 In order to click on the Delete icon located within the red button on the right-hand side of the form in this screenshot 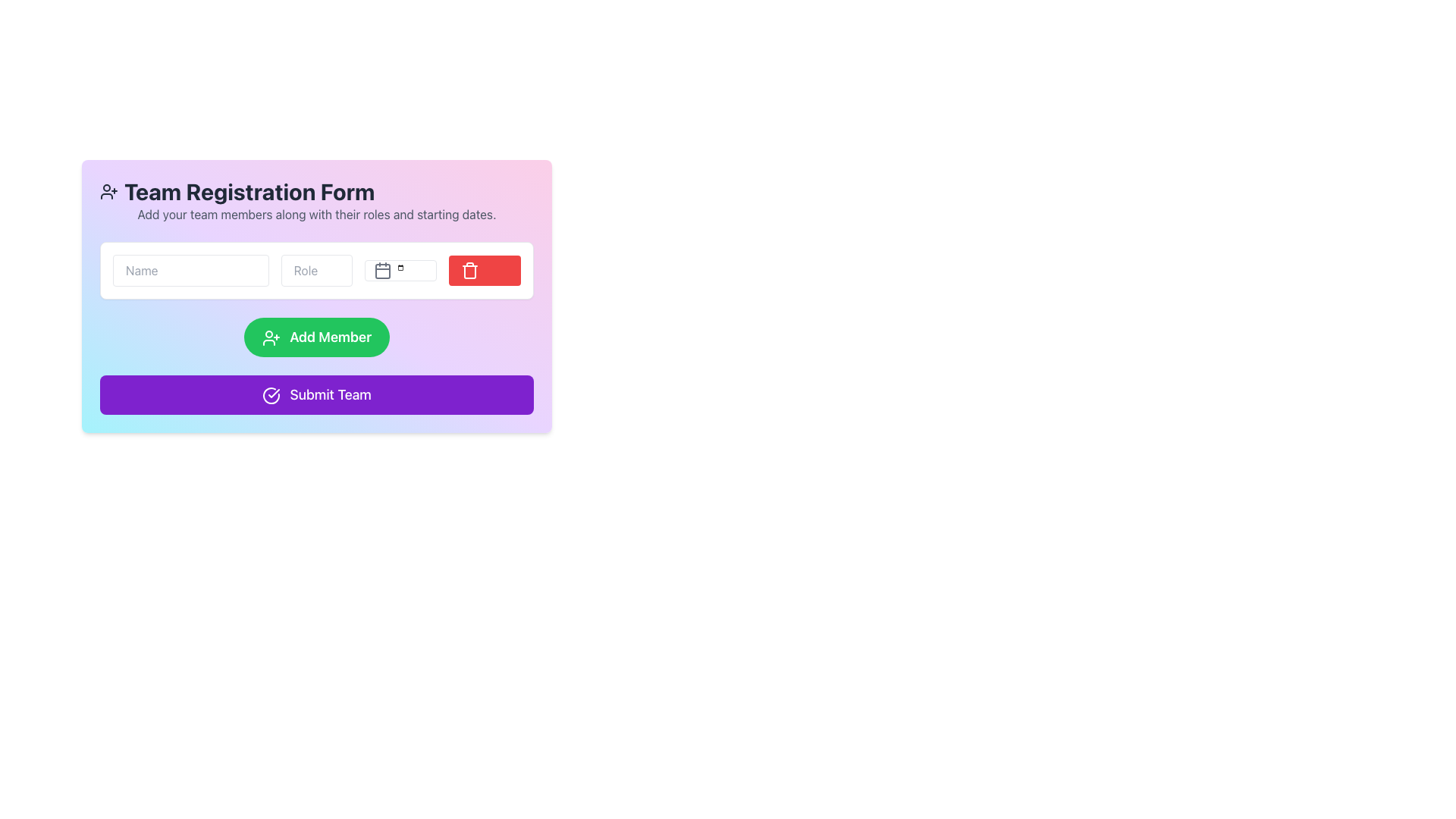, I will do `click(469, 270)`.